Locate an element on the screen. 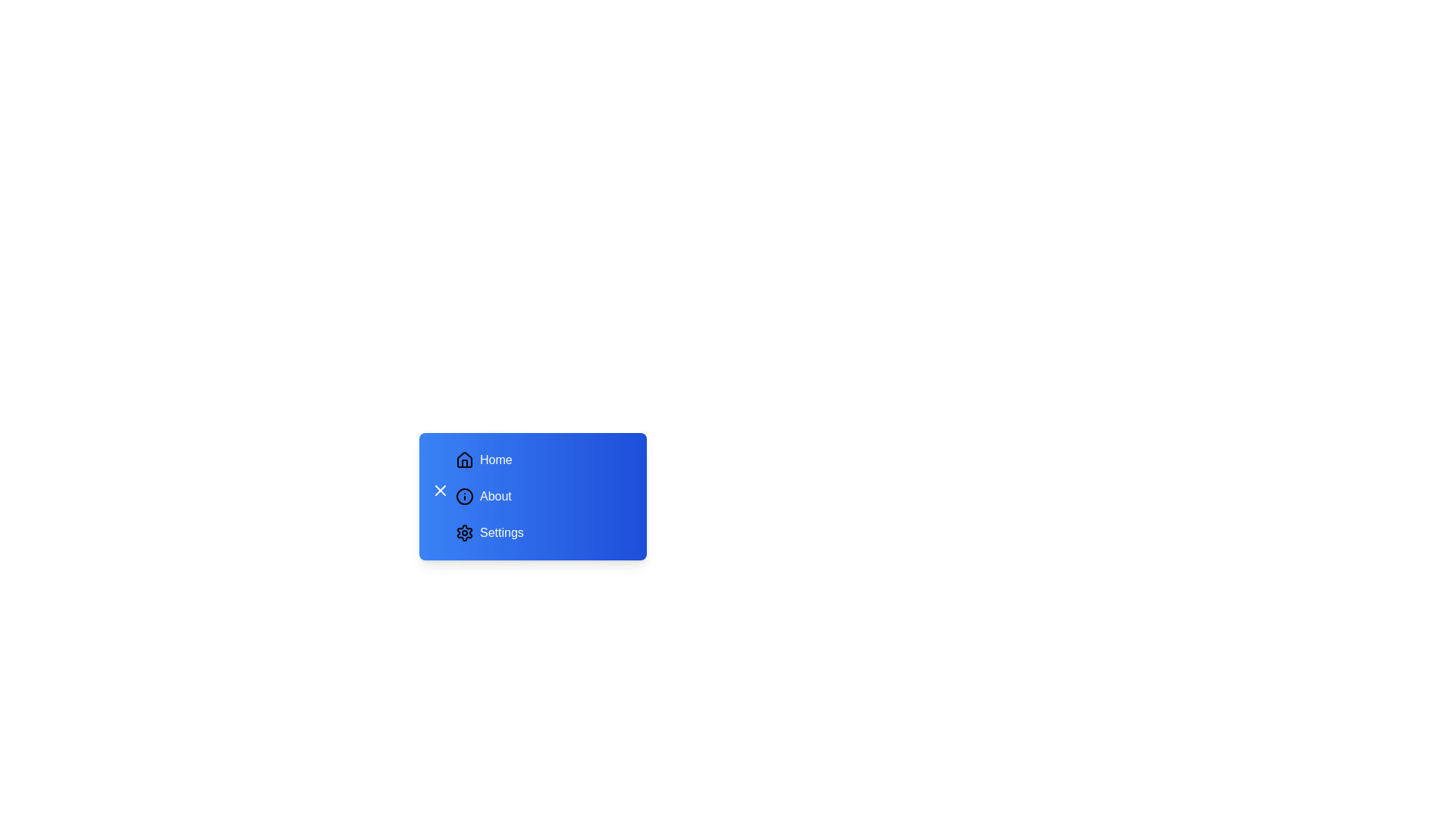  the menu item labeled Settings is located at coordinates (542, 532).